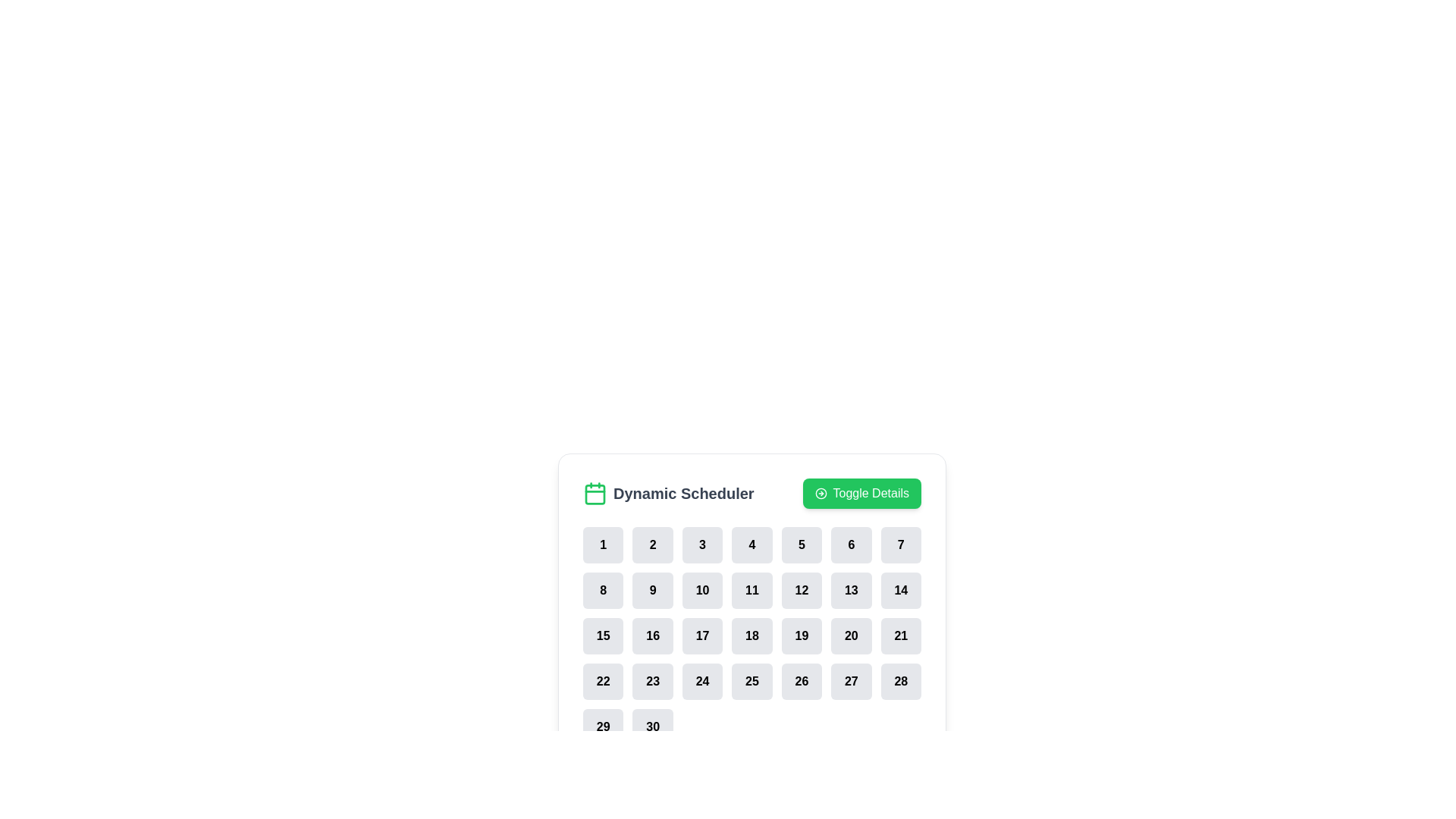 The width and height of the screenshot is (1456, 819). Describe the element at coordinates (653, 636) in the screenshot. I see `the interactive day selector button for day '16' in the calendar UI` at that location.